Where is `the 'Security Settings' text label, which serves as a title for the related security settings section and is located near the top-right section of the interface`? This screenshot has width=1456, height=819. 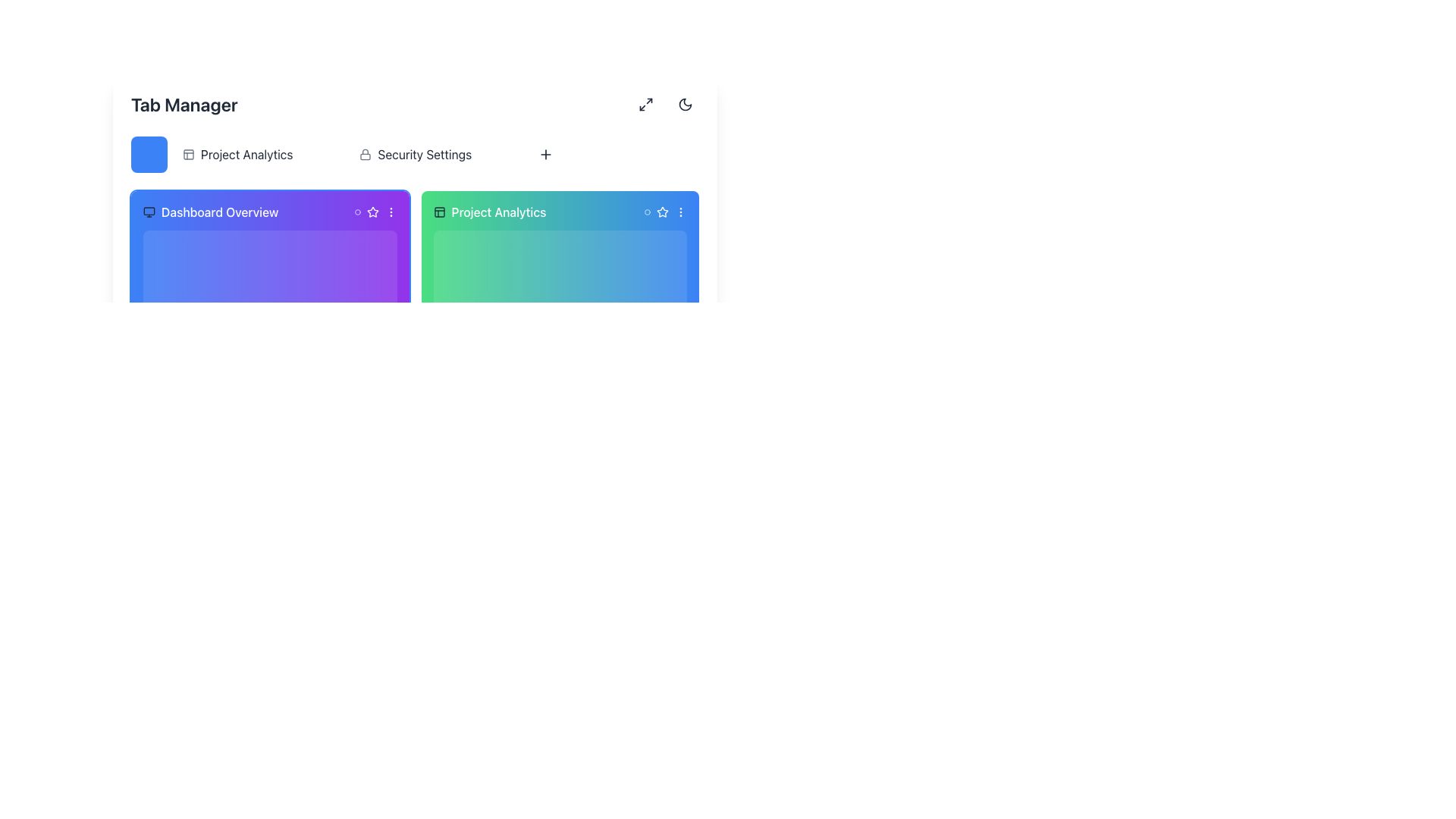 the 'Security Settings' text label, which serves as a title for the related security settings section and is located near the top-right section of the interface is located at coordinates (425, 155).